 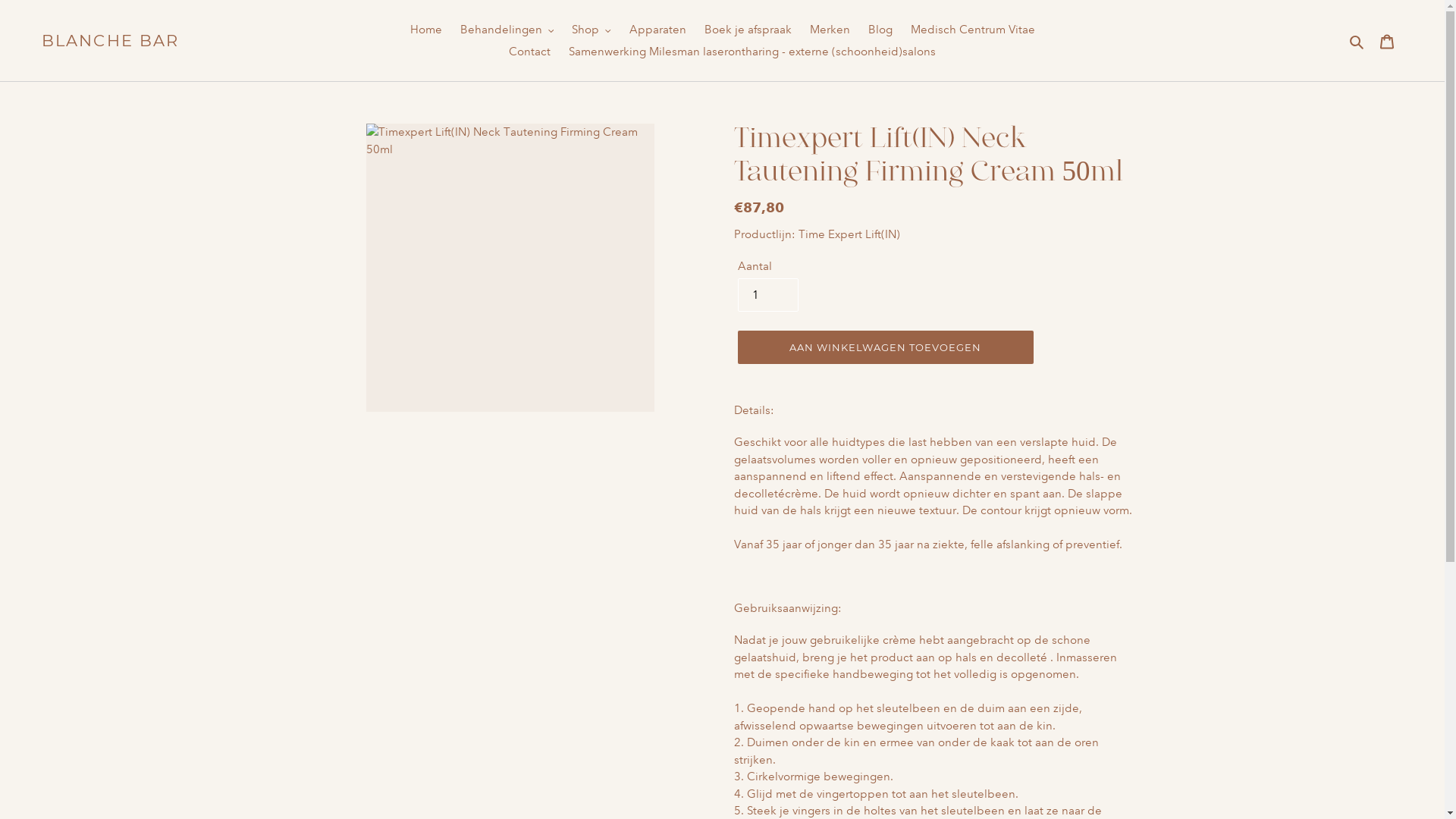 I want to click on 'Home', so click(x=425, y=30).